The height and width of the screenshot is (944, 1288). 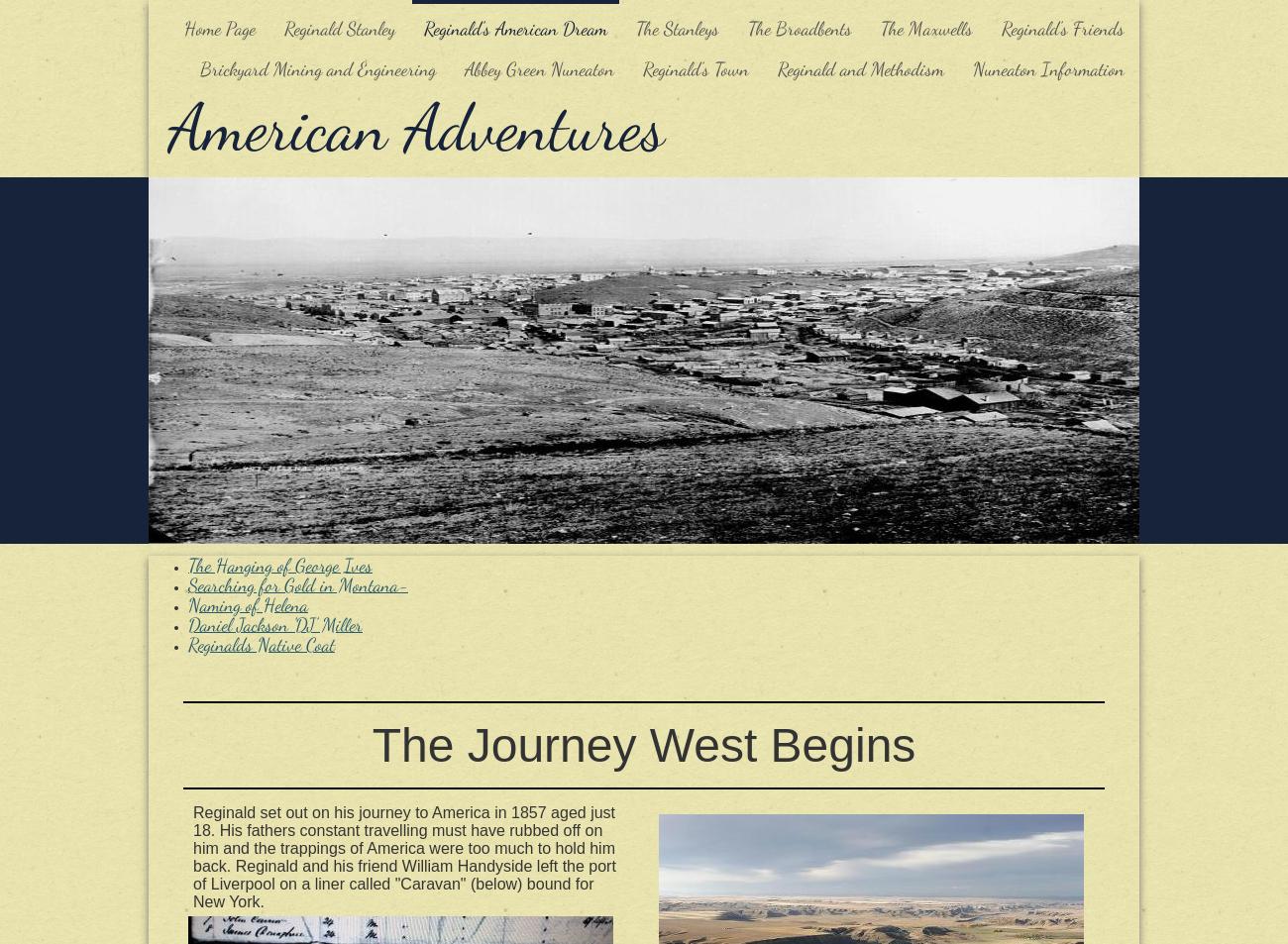 What do you see at coordinates (247, 604) in the screenshot?
I see `'Naming of Helena'` at bounding box center [247, 604].